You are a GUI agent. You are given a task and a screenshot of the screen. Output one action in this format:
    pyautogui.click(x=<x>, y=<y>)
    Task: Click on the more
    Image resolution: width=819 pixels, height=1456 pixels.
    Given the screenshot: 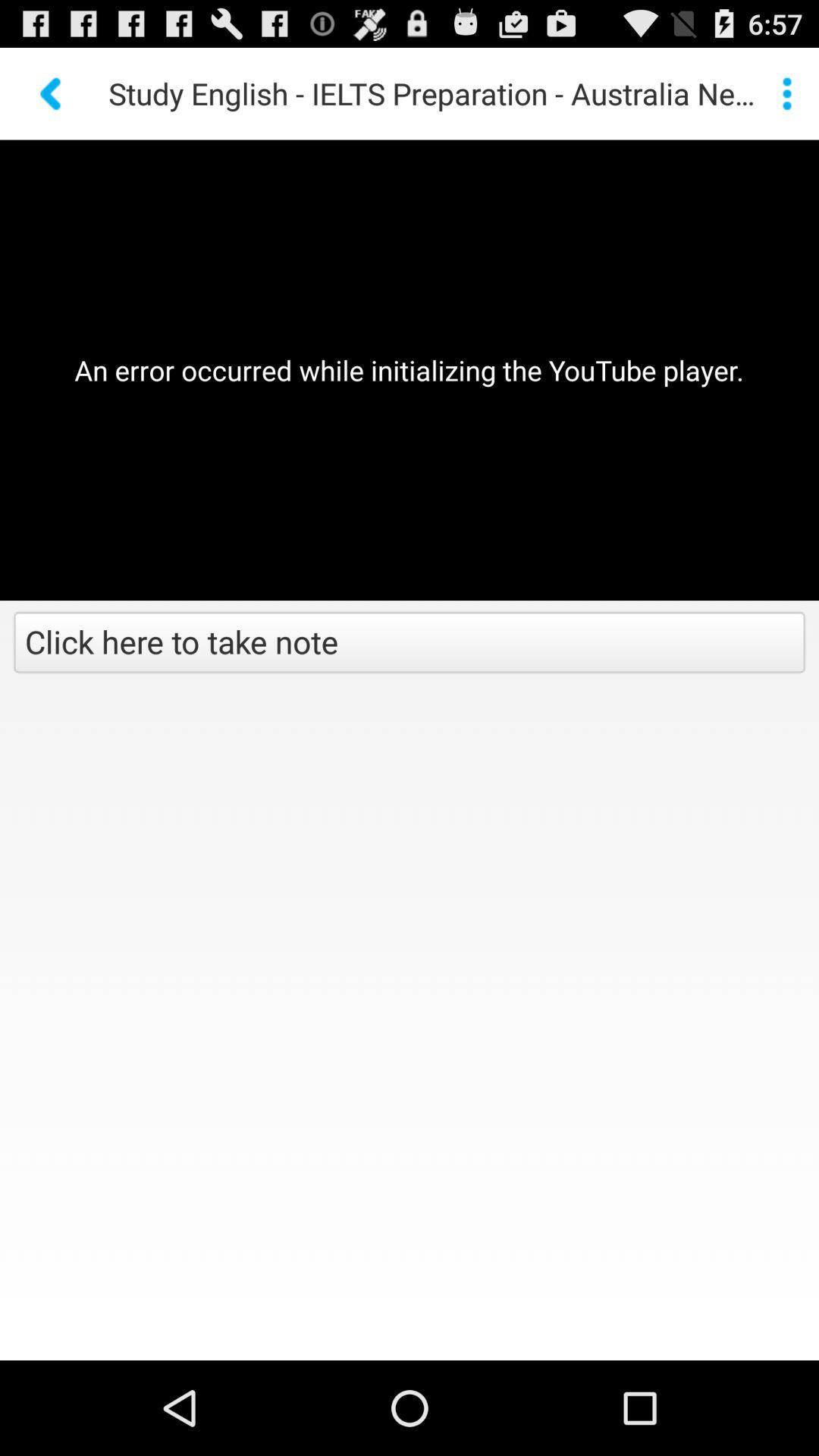 What is the action you would take?
    pyautogui.click(x=786, y=93)
    